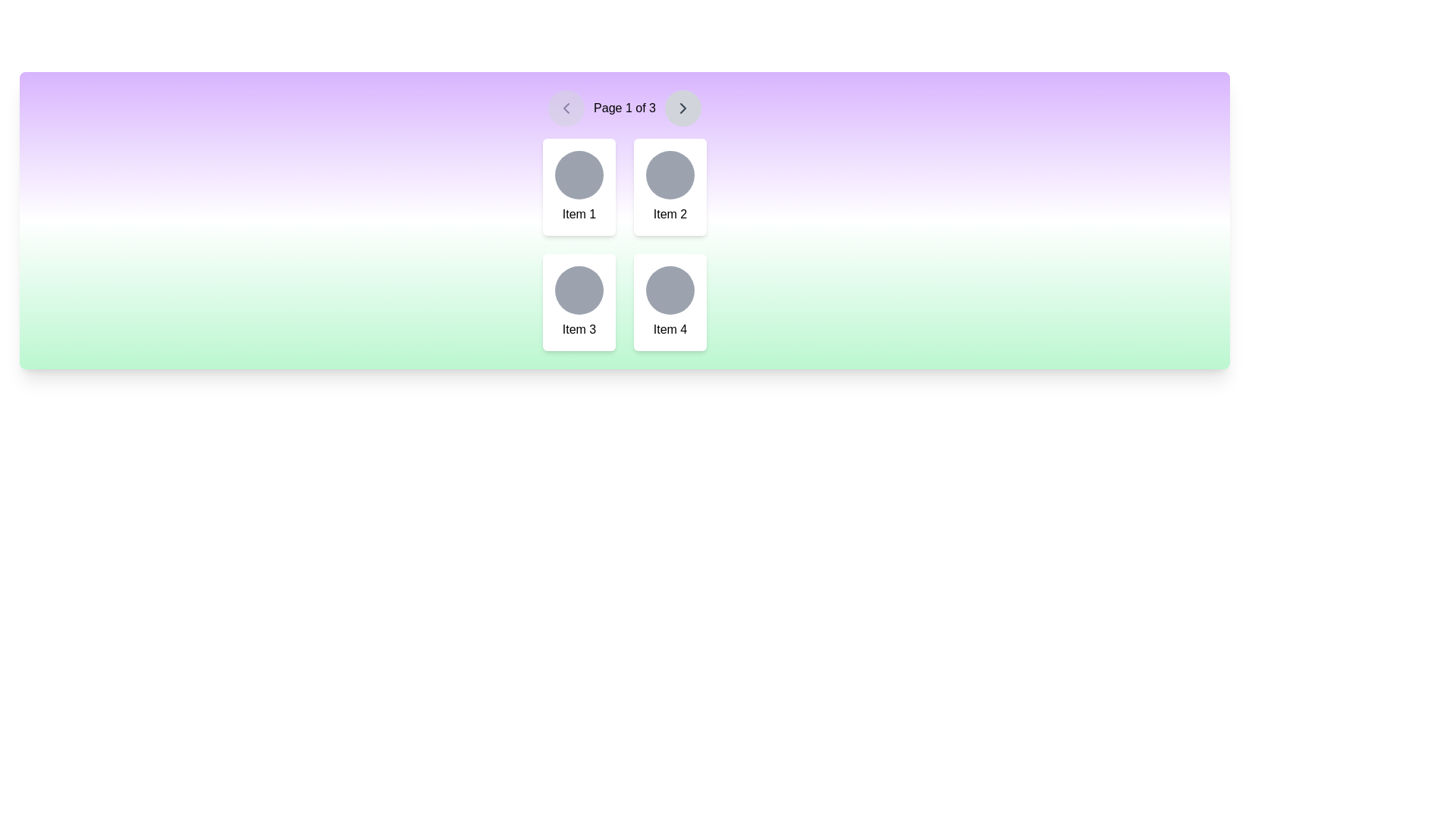 This screenshot has height=819, width=1456. I want to click on the second navigation button with an icon in the pagination controls, so click(682, 107).